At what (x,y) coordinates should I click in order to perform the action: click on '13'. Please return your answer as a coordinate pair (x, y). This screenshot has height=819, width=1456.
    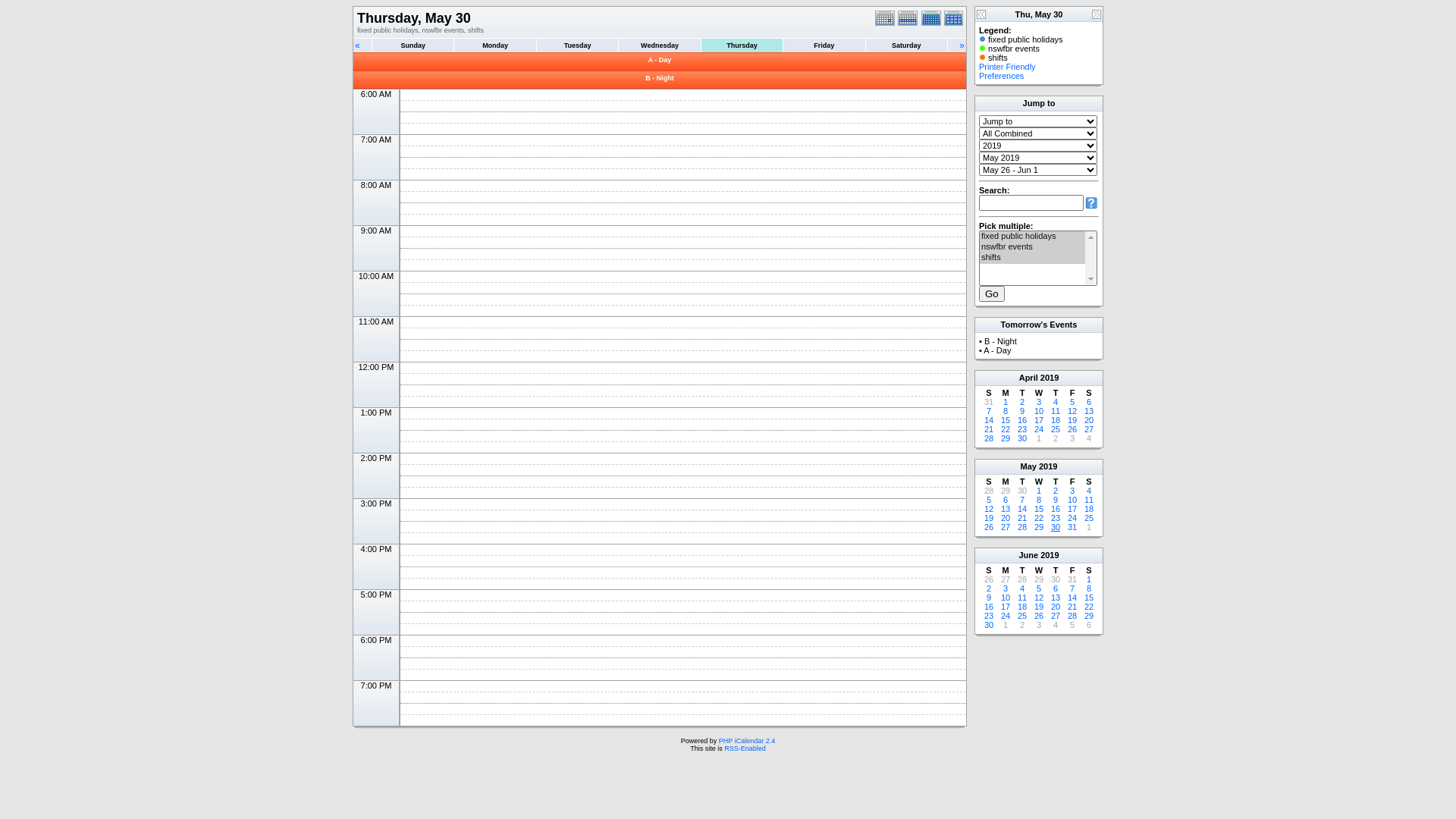
    Looking at the image, I should click on (1005, 509).